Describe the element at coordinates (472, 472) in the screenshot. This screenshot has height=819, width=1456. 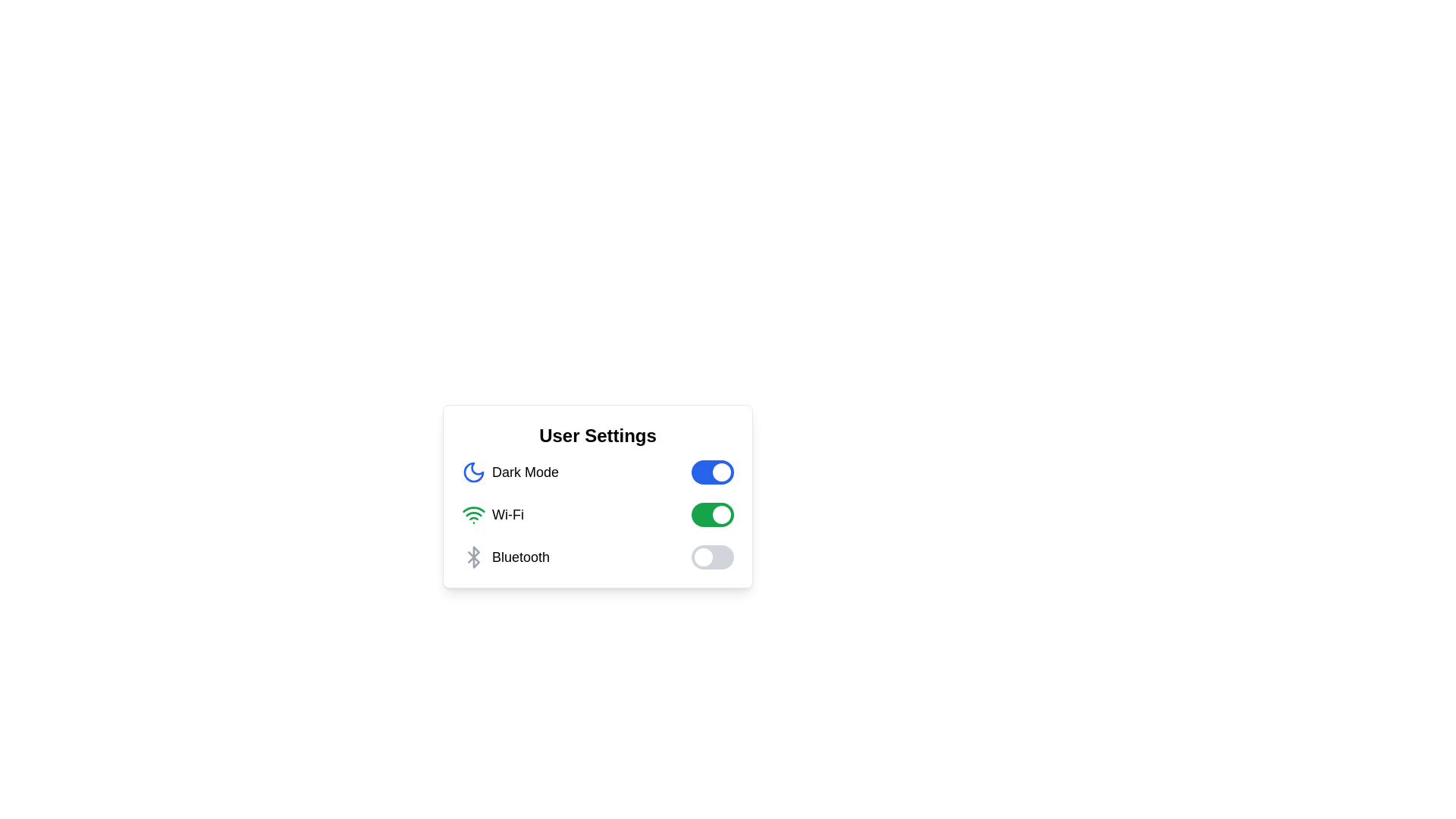
I see `the 'Dark Mode' icon in the User Settings menu, which is positioned to the left of the 'Dark Mode' label` at that location.